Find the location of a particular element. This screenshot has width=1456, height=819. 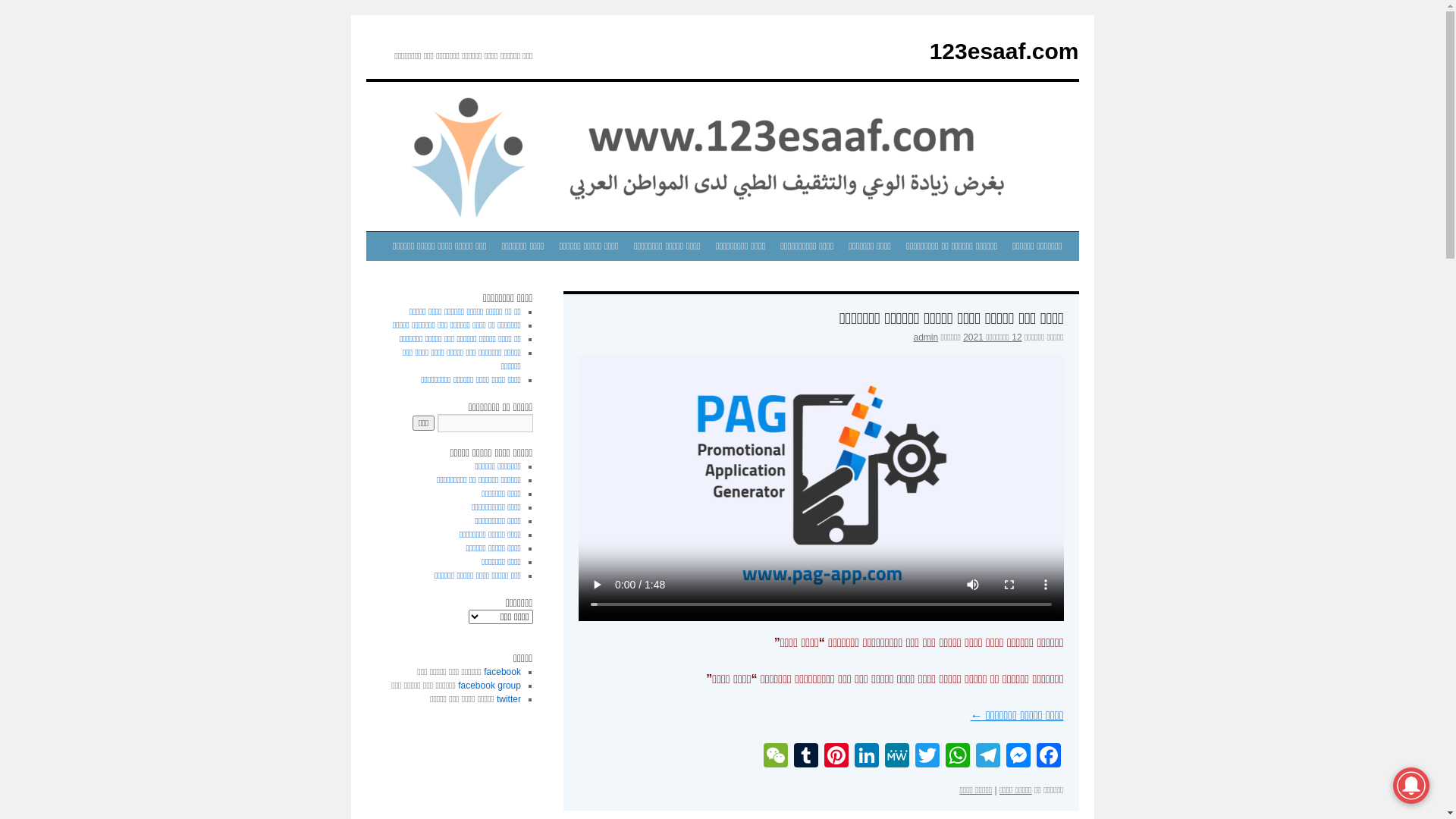

'WeChat' is located at coordinates (775, 757).